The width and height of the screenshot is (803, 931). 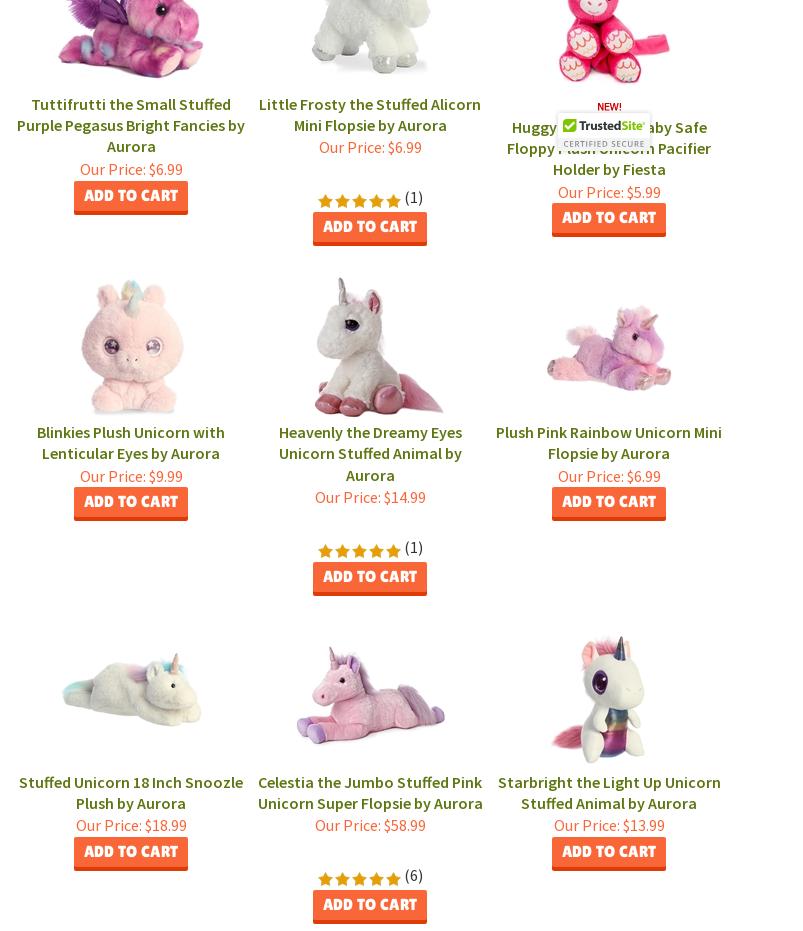 What do you see at coordinates (130, 441) in the screenshot?
I see `'Blinkies Plush Unicorn with Lenticular Eyes by Aurora'` at bounding box center [130, 441].